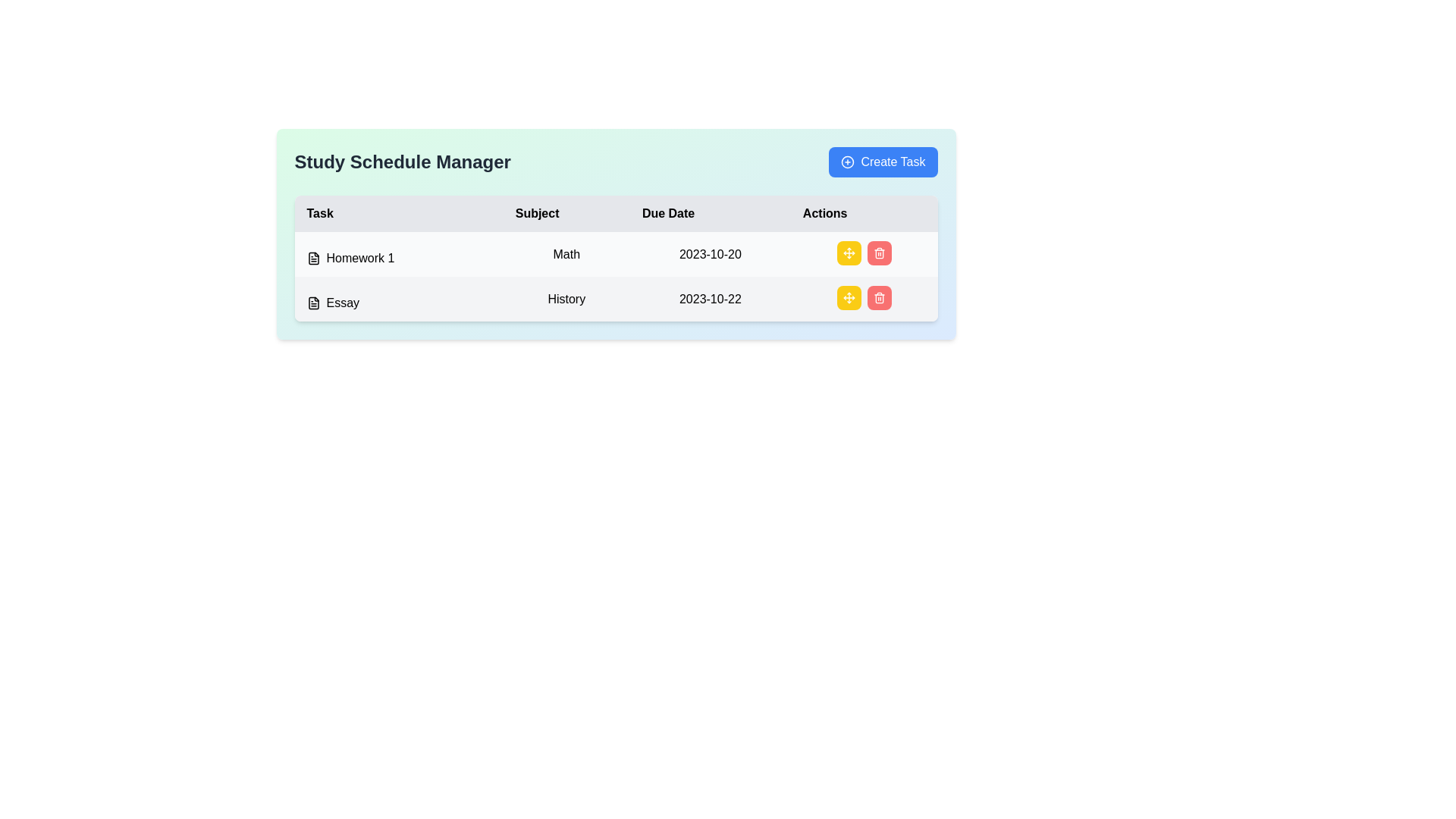 The width and height of the screenshot is (1456, 819). I want to click on the small document icon styled with a stroke outline, located next to the text 'Essay' in the first column of the second row within the table under the 'Task' column, so click(312, 303).